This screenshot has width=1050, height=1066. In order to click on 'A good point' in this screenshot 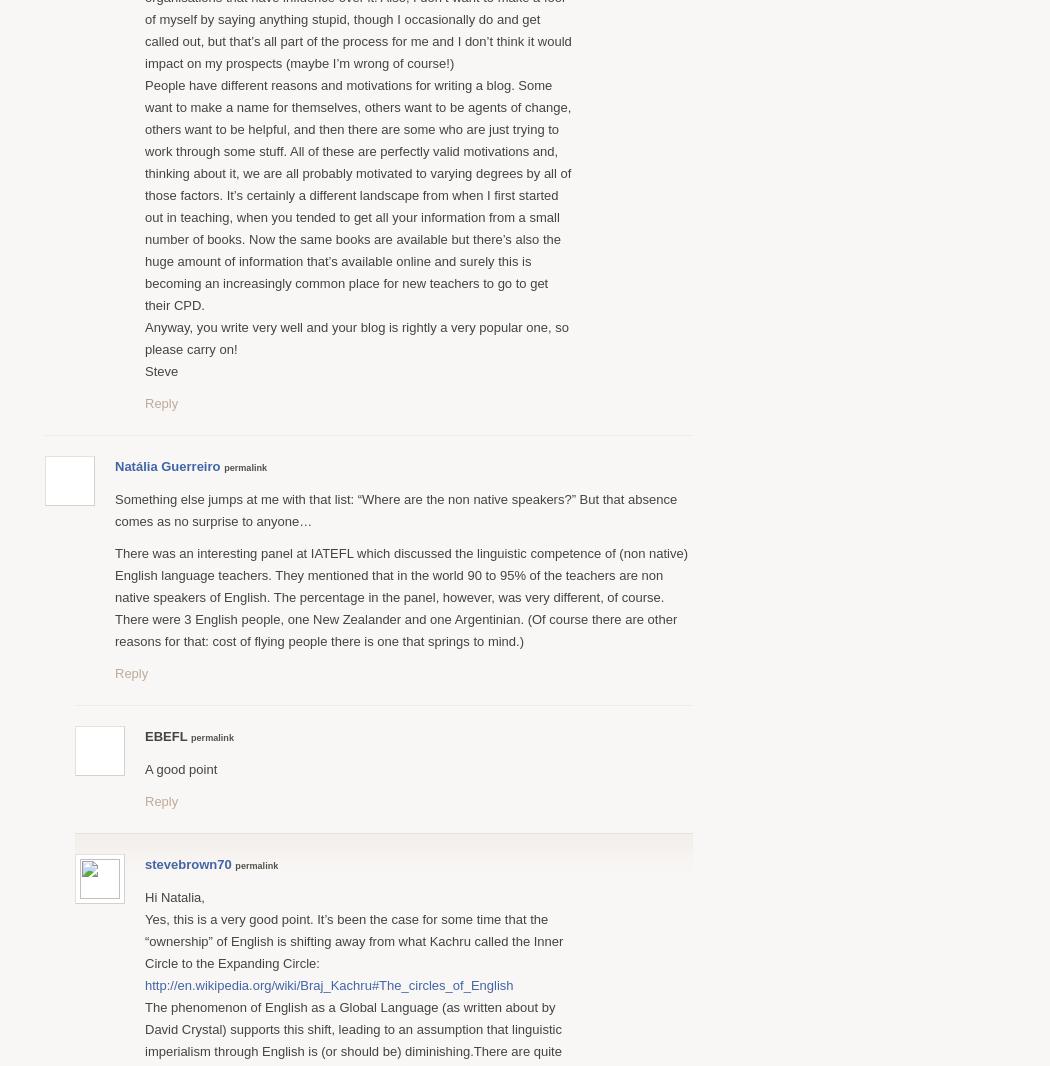, I will do `click(181, 767)`.